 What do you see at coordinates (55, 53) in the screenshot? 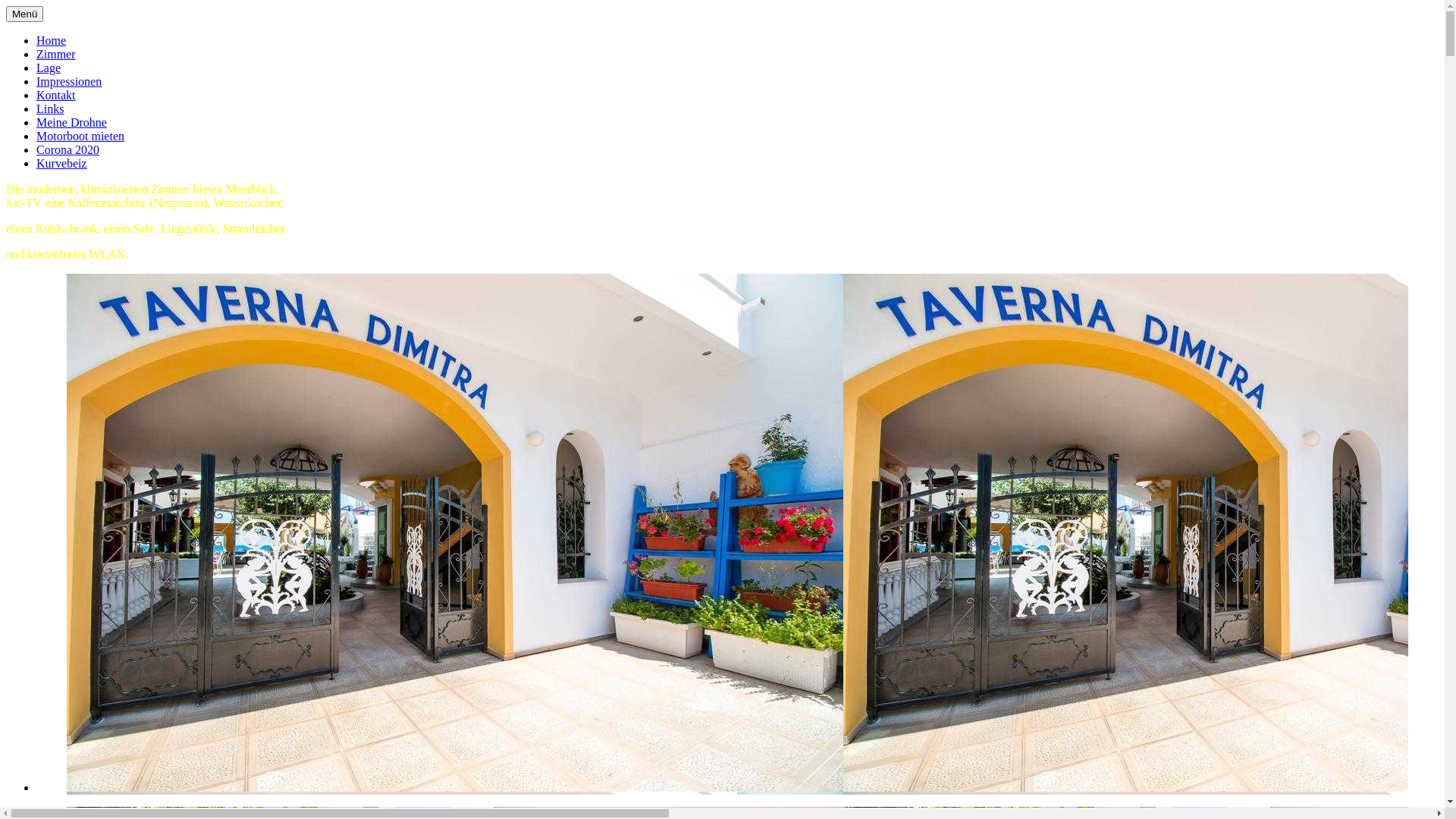
I see `'Zimmer'` at bounding box center [55, 53].